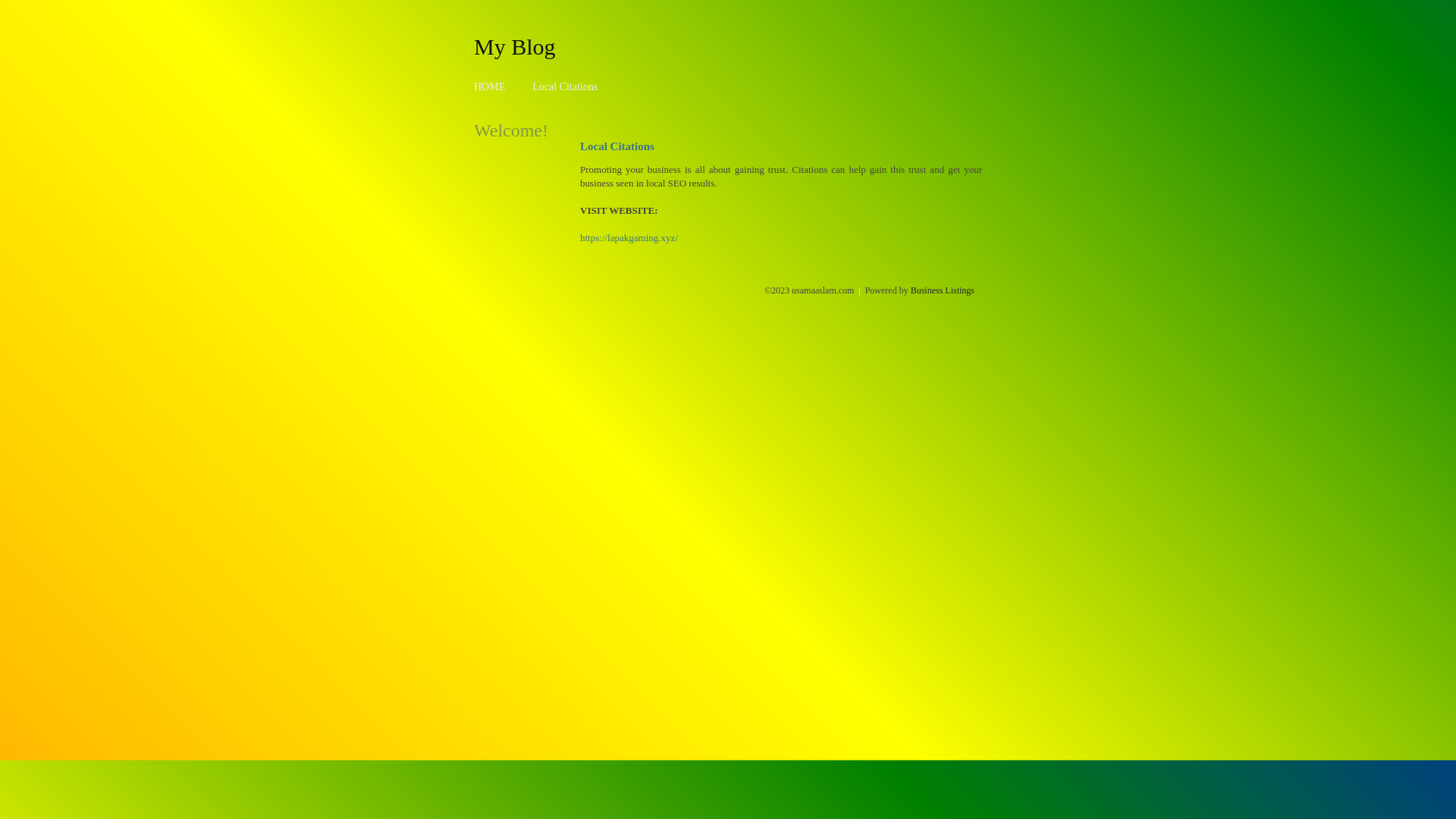 The height and width of the screenshot is (819, 1456). Describe the element at coordinates (579, 237) in the screenshot. I see `'https://lapakgaming.xyz/'` at that location.